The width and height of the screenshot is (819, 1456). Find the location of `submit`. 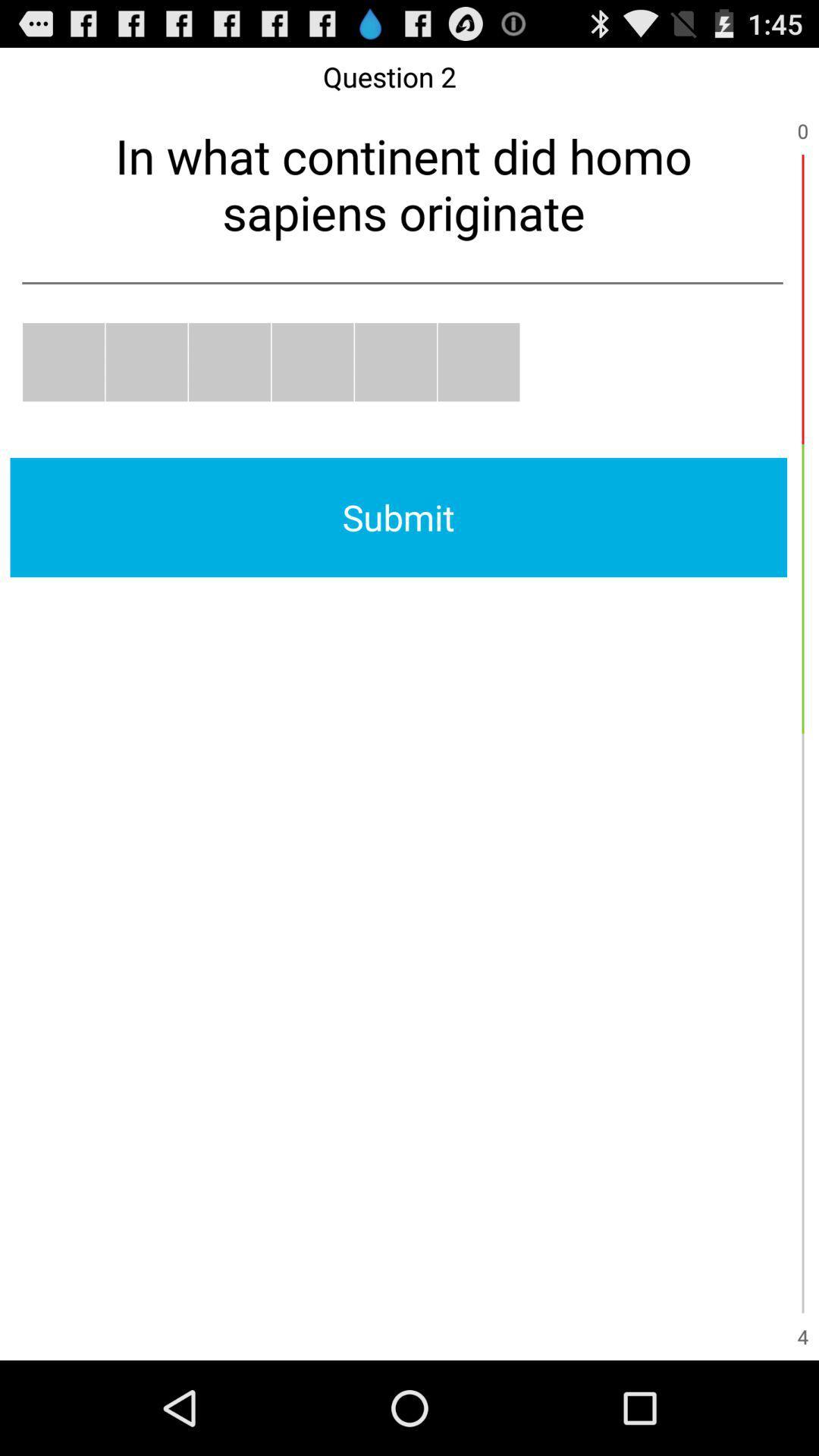

submit is located at coordinates (397, 517).